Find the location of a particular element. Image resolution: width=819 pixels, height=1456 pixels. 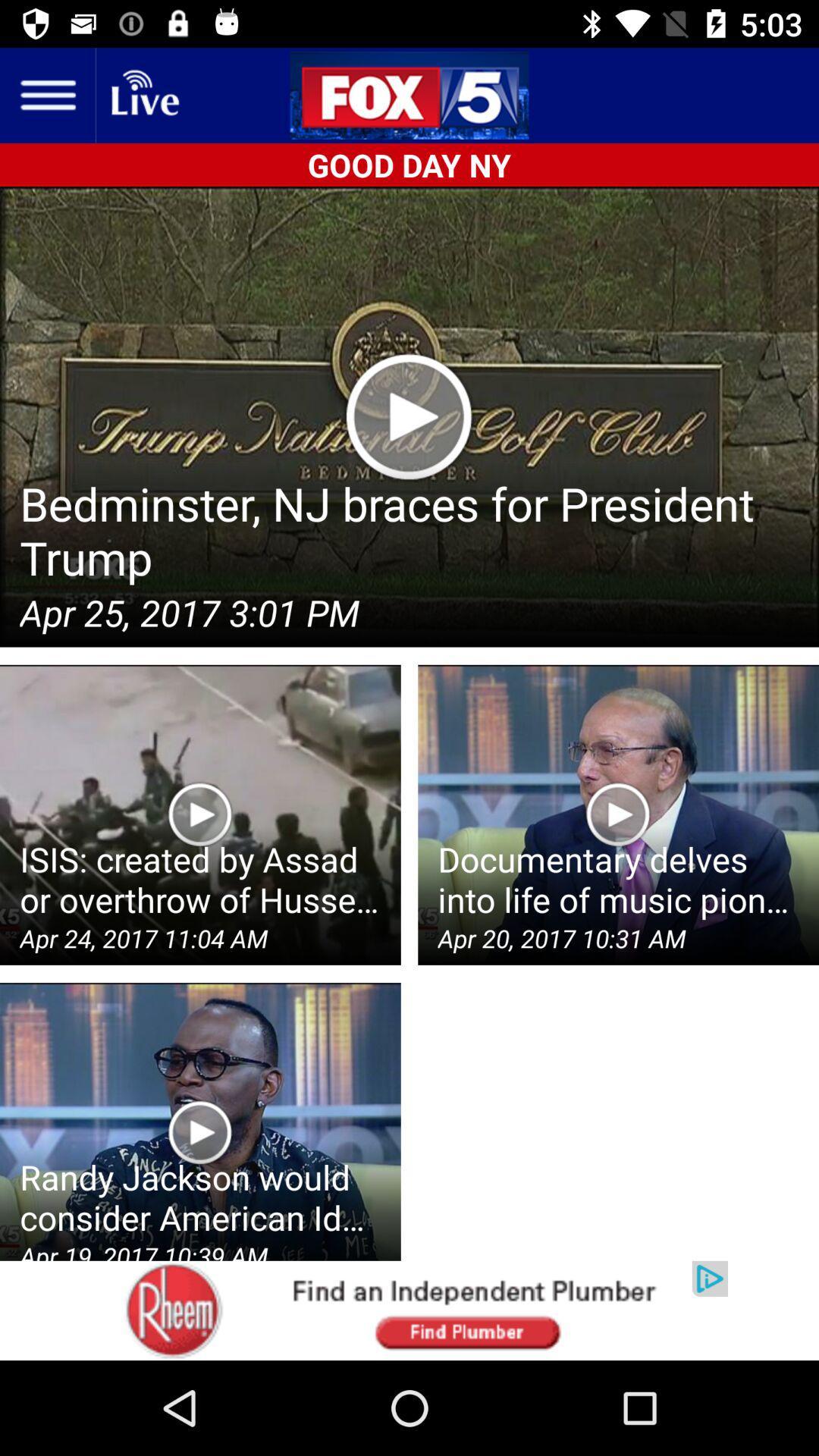

the menu icon is located at coordinates (46, 94).